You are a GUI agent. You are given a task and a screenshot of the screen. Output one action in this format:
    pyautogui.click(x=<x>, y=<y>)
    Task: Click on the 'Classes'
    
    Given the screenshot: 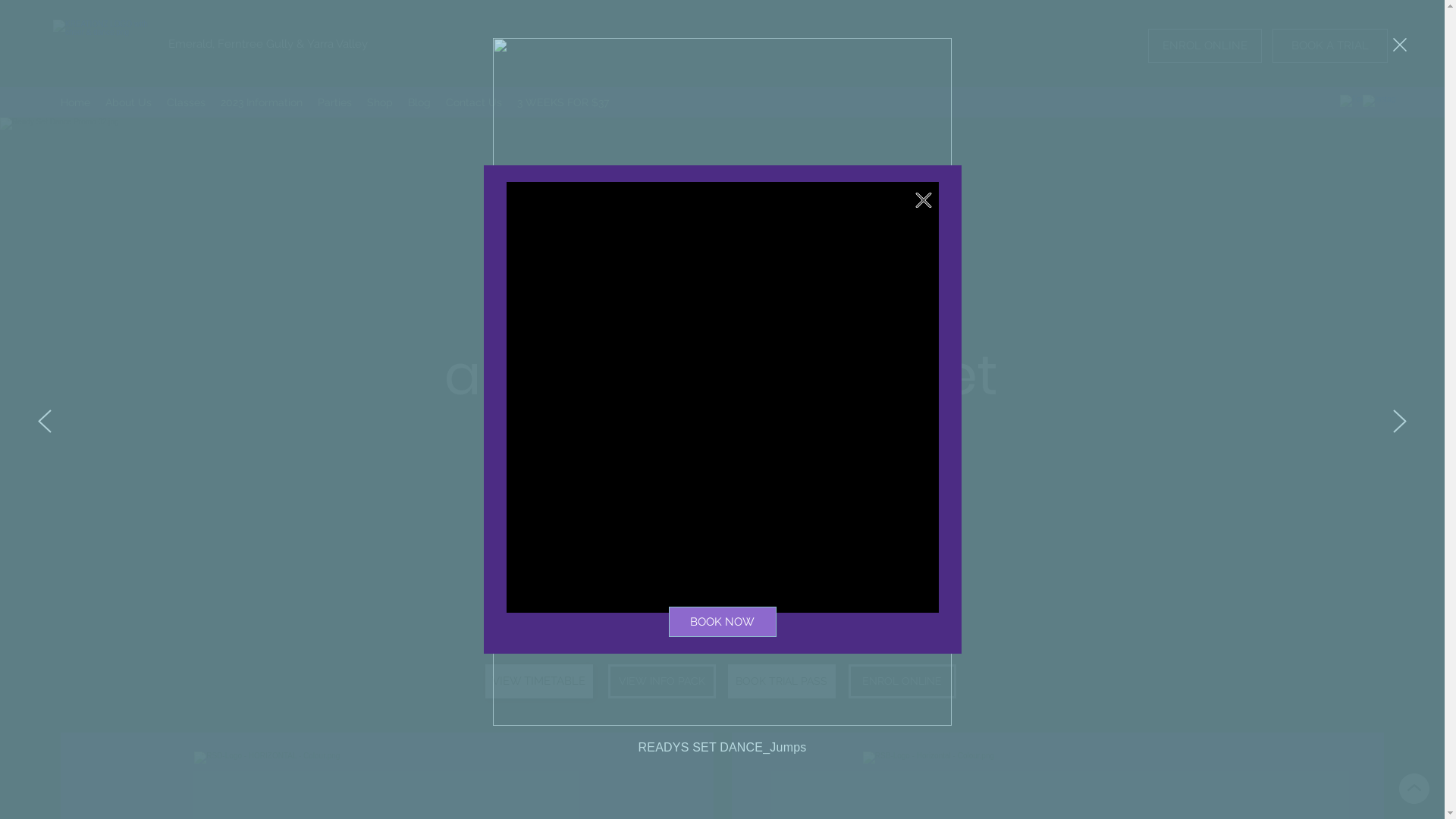 What is the action you would take?
    pyautogui.click(x=185, y=102)
    